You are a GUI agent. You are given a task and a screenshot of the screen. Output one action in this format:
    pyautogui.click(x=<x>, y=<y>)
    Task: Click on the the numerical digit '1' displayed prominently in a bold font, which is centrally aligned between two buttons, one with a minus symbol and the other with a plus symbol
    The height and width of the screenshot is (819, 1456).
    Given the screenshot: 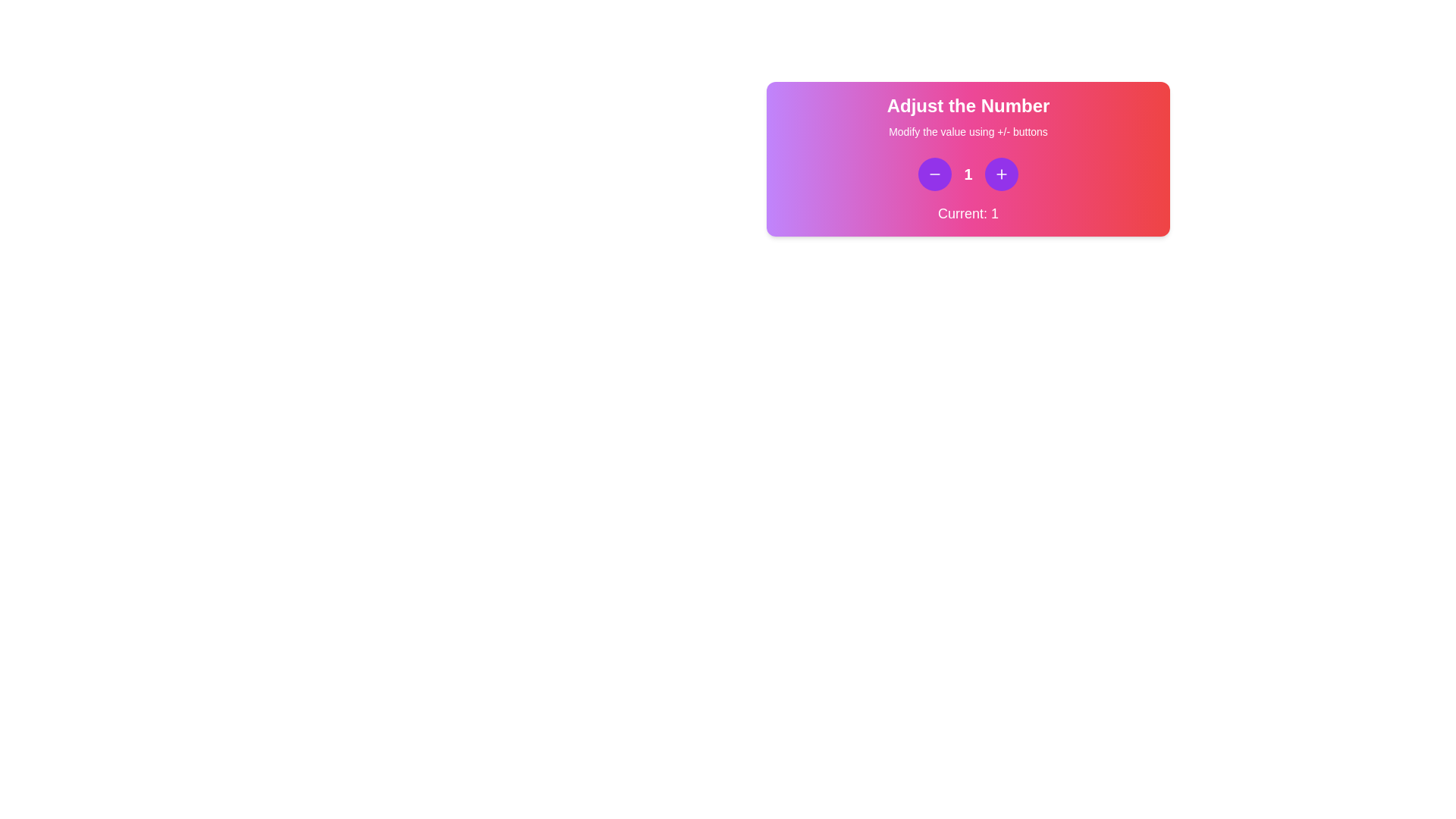 What is the action you would take?
    pyautogui.click(x=967, y=174)
    